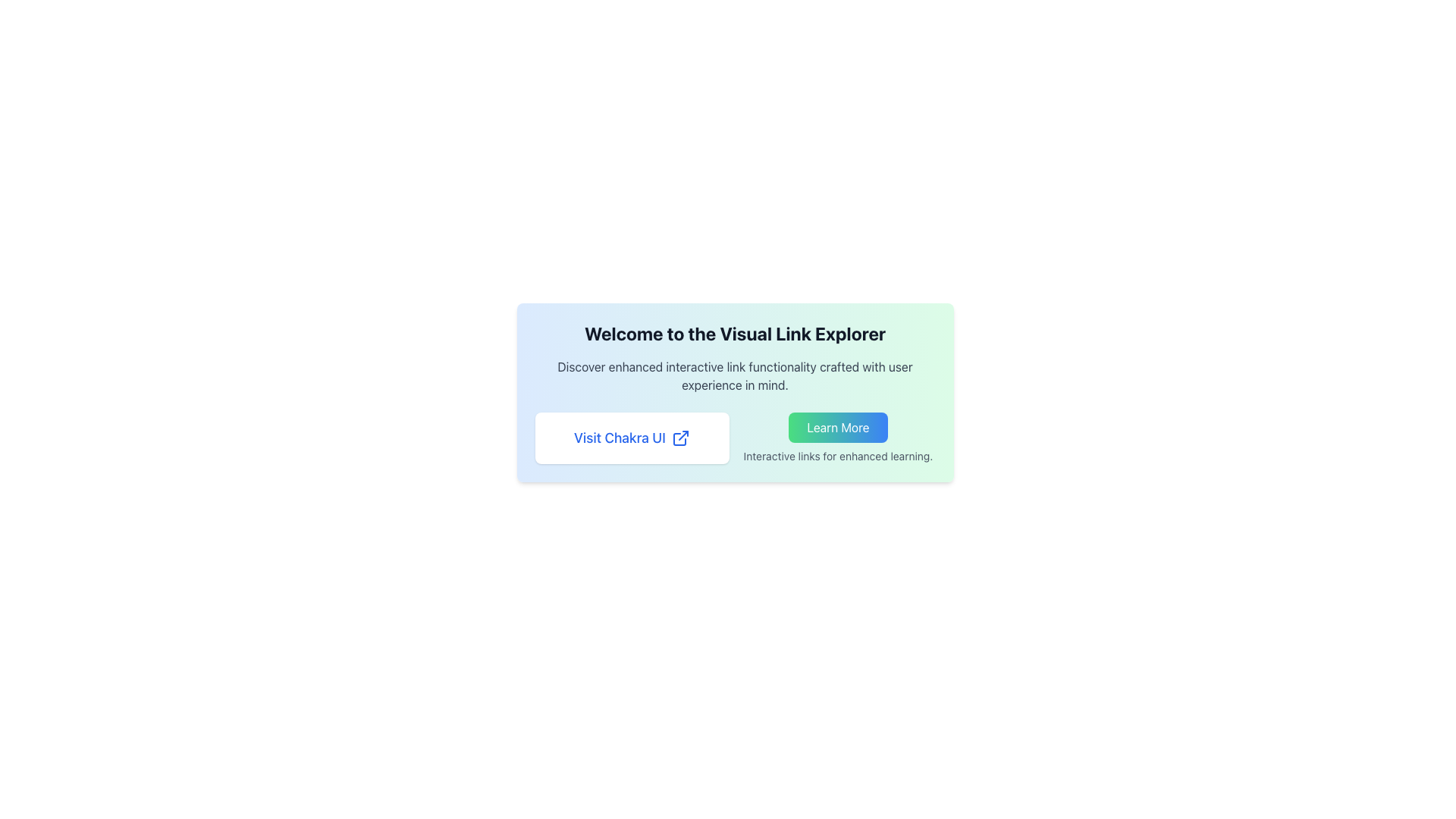 Image resolution: width=1456 pixels, height=819 pixels. What do you see at coordinates (837, 455) in the screenshot?
I see `the static text label reading 'Interactive links for enhanced learning.' which is styled in gray and located below the 'Learn More' button` at bounding box center [837, 455].